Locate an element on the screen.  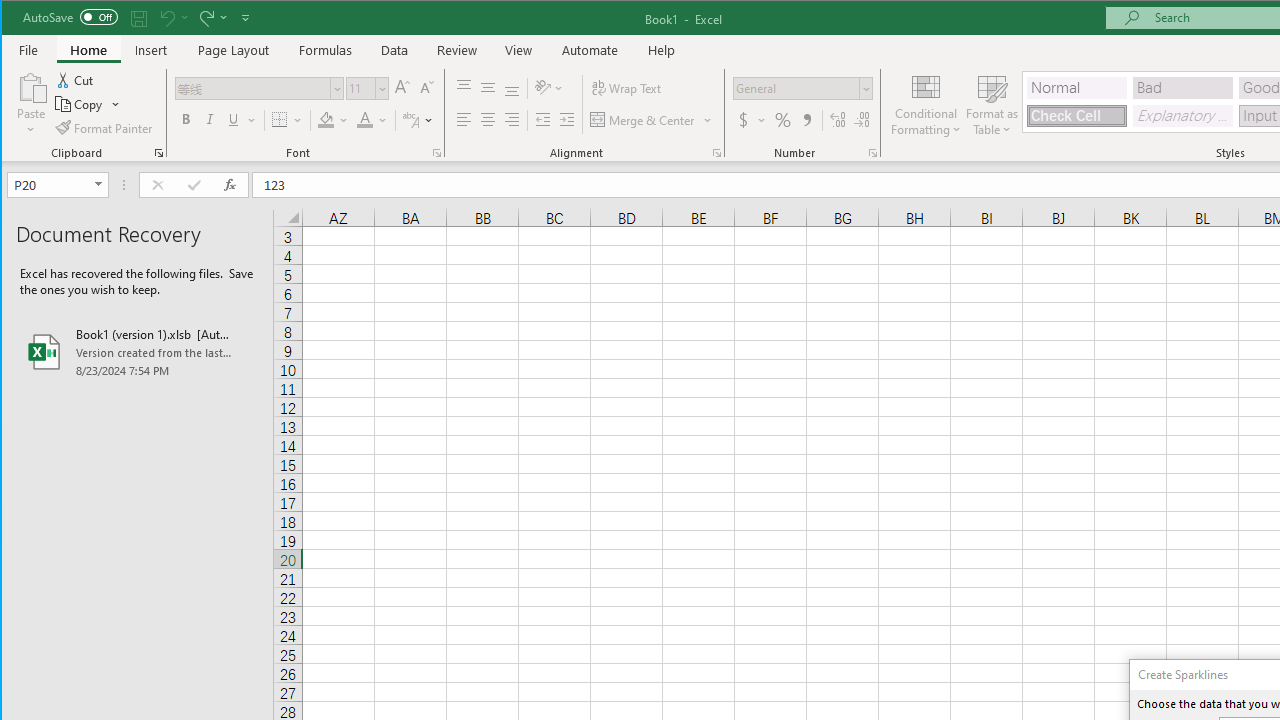
'Italic' is located at coordinates (209, 120).